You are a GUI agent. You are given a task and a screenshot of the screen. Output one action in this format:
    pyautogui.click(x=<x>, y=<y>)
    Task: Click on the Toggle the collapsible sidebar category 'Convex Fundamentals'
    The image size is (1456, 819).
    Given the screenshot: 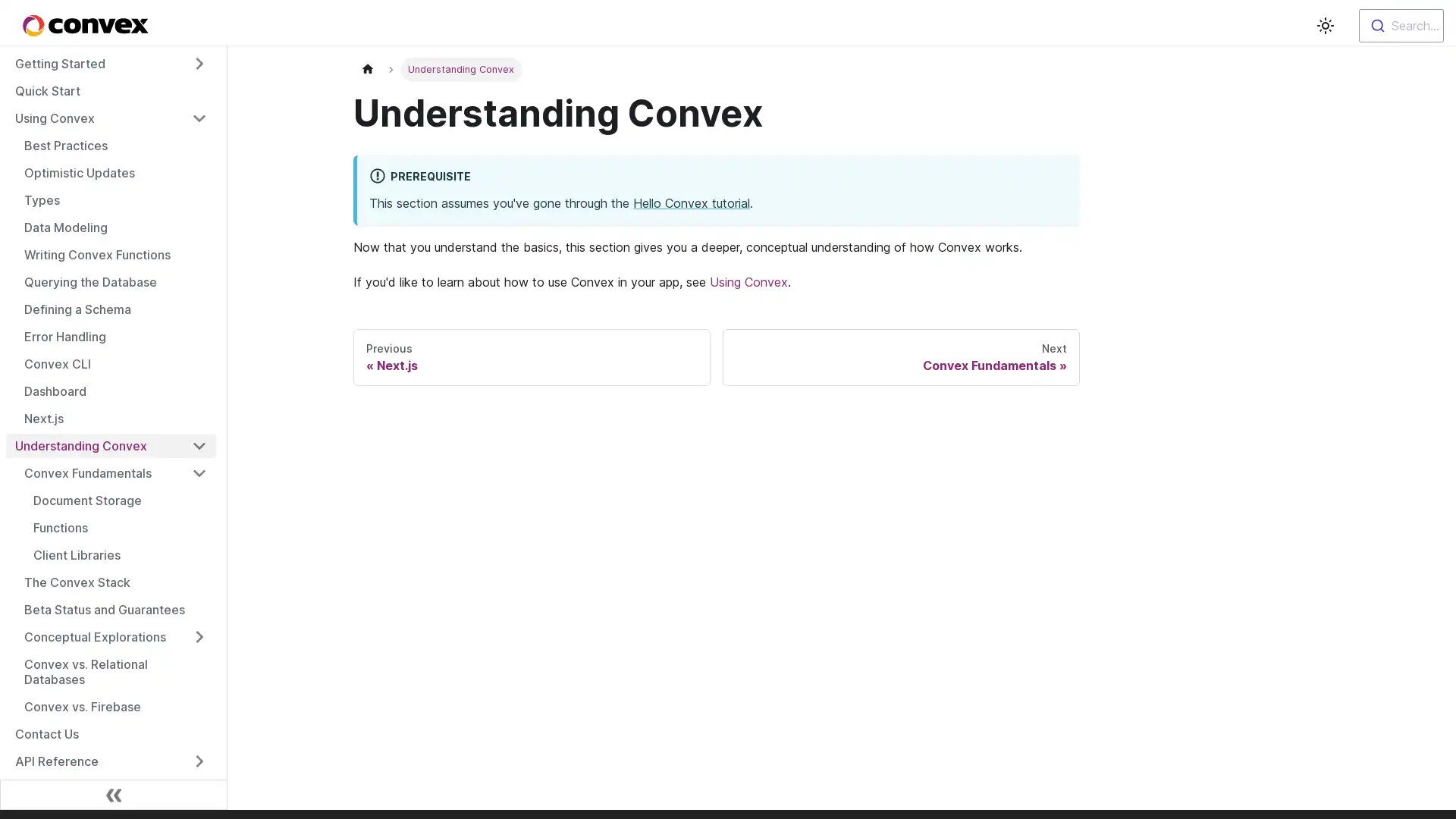 What is the action you would take?
    pyautogui.click(x=199, y=472)
    